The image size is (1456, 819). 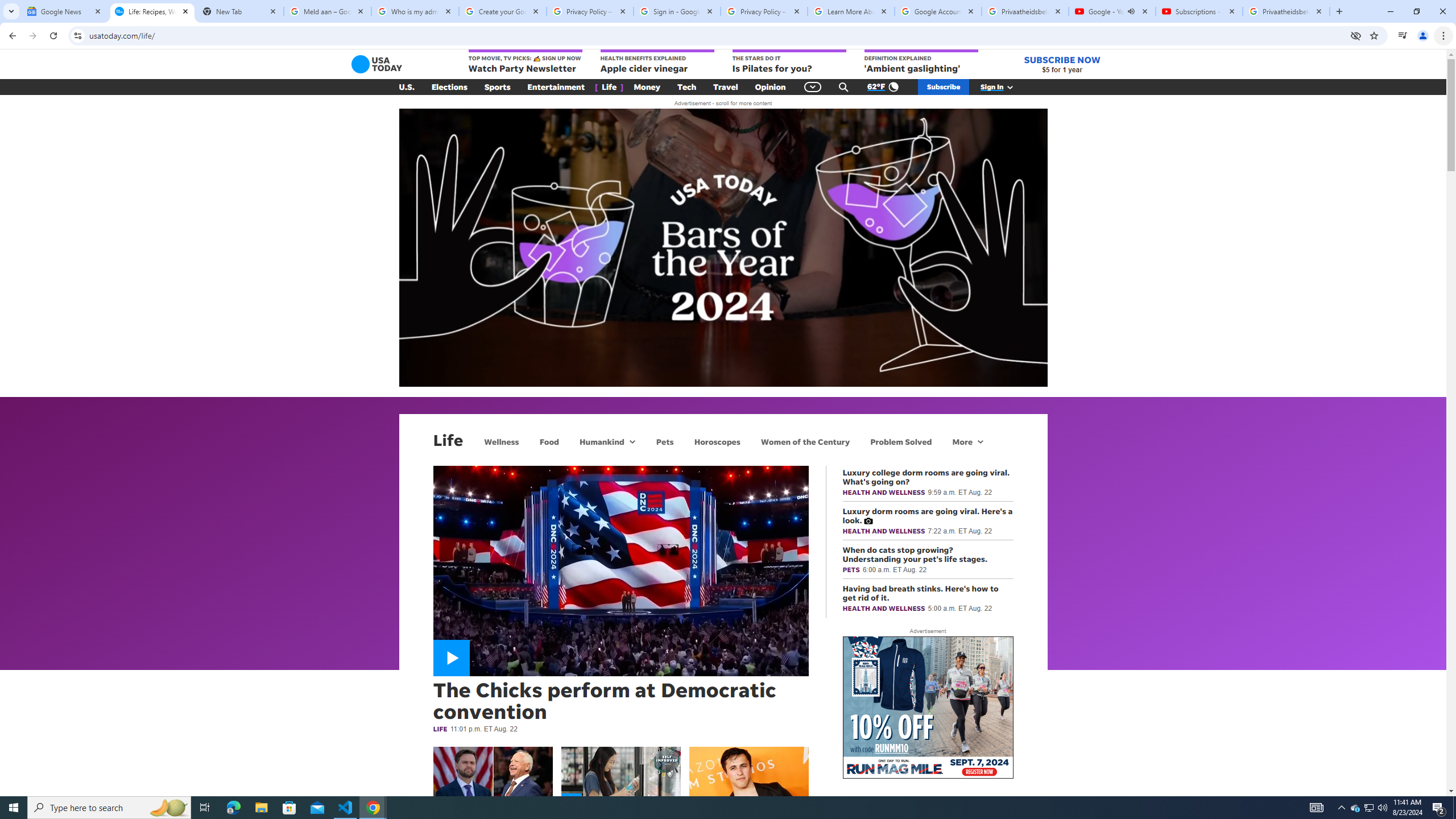 What do you see at coordinates (406, 87) in the screenshot?
I see `'U.S.'` at bounding box center [406, 87].